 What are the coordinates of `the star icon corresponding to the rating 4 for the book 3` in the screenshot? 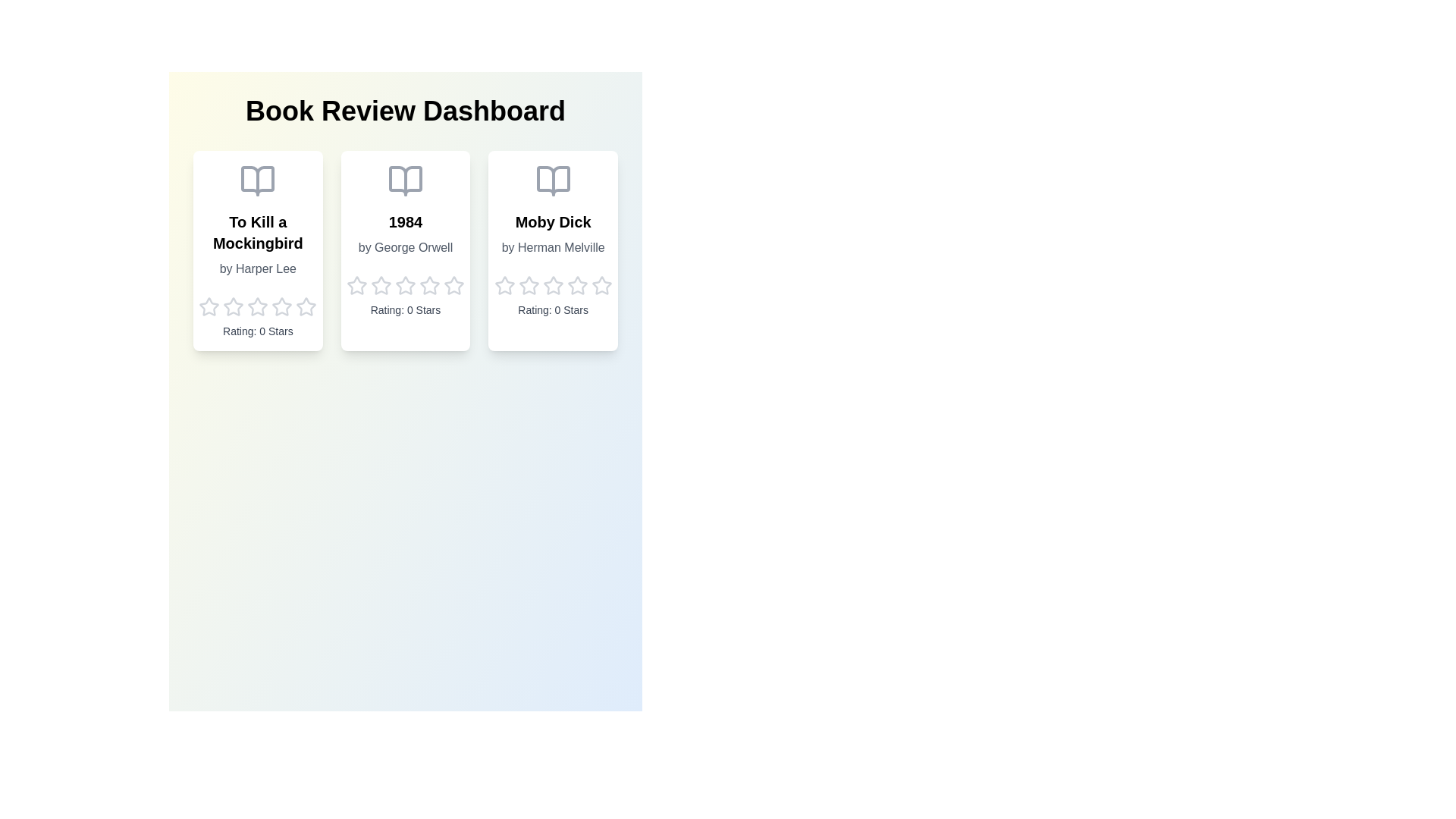 It's located at (576, 286).